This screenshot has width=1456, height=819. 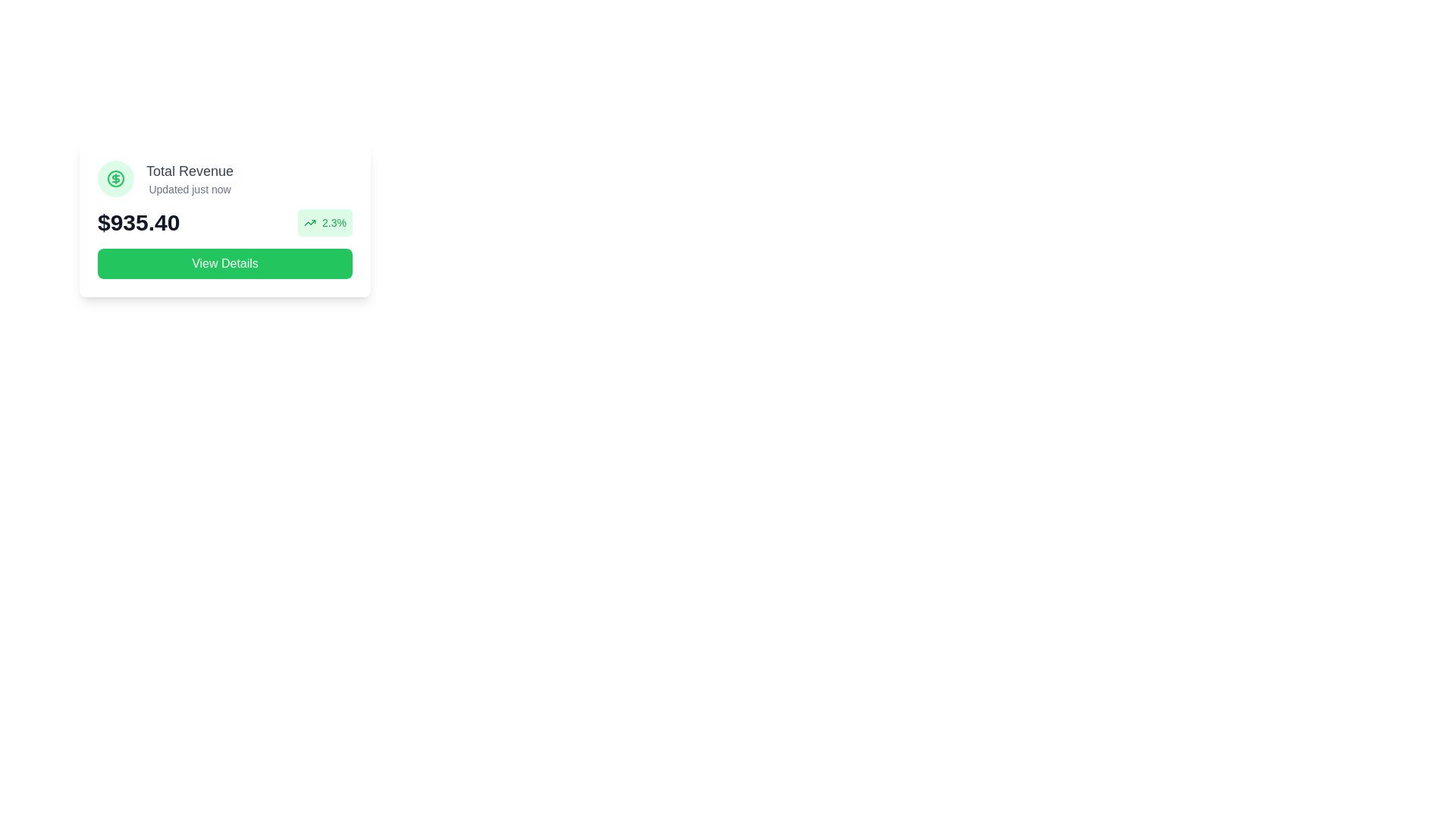 I want to click on the dollar sign icon enclosed in a circular border with a green hue, located beside the 'Total Revenue' text in the upper-left corner of the card labeled 'Total Revenue', so click(x=115, y=177).